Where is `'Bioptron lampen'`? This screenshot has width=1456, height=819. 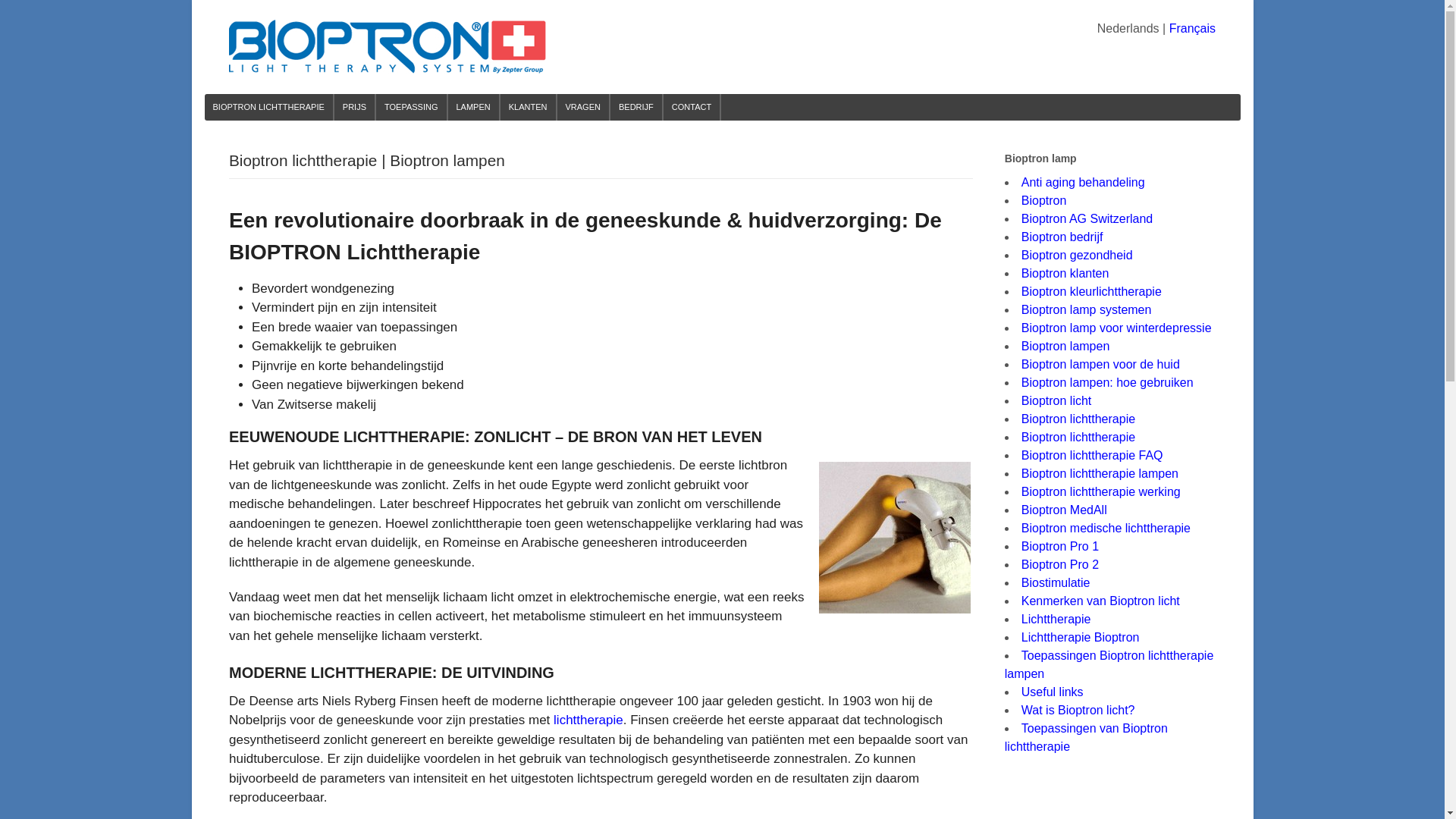
'Bioptron lampen' is located at coordinates (1065, 346).